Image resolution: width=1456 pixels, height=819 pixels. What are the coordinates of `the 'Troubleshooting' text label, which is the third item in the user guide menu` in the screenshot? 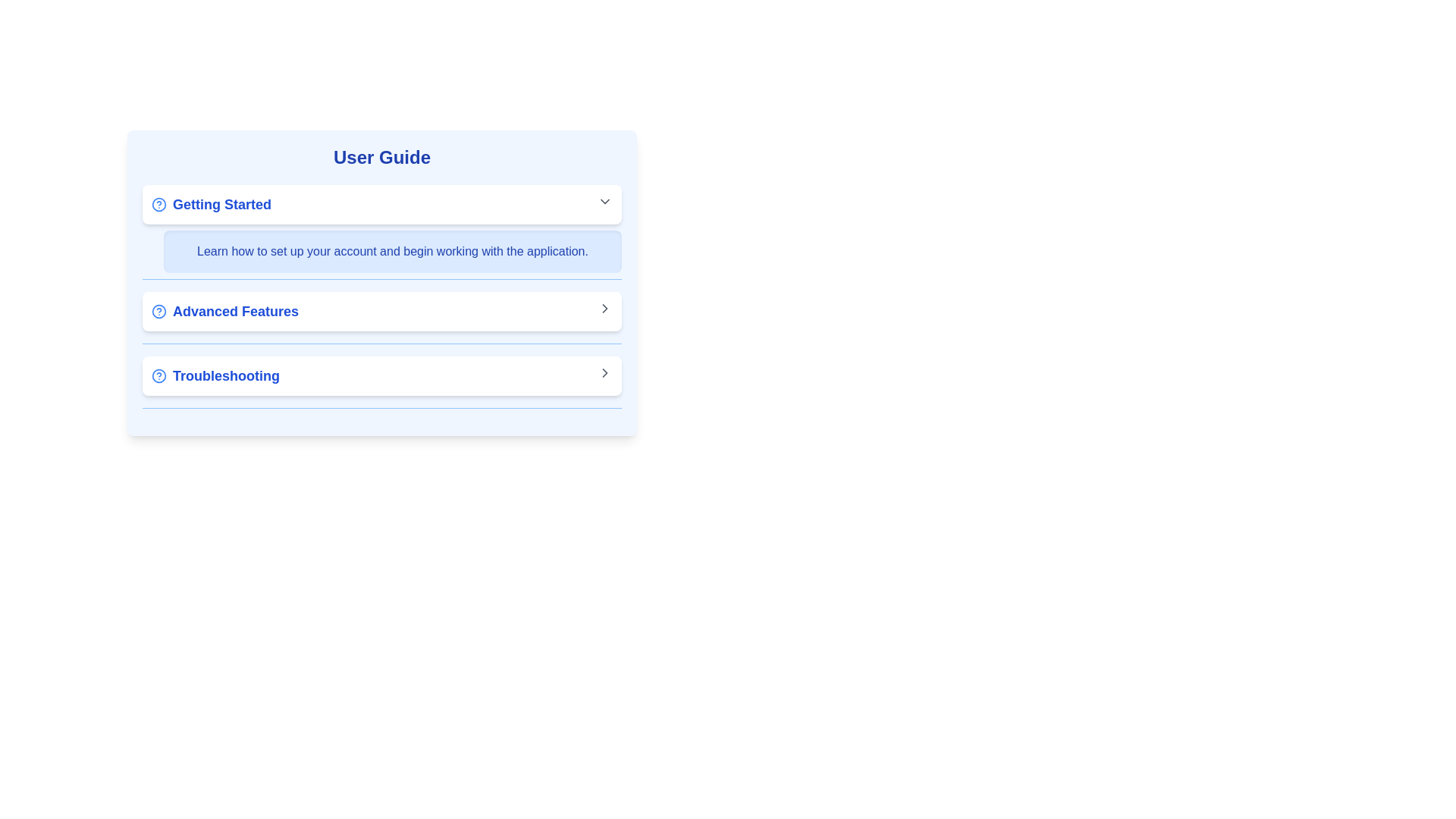 It's located at (225, 375).